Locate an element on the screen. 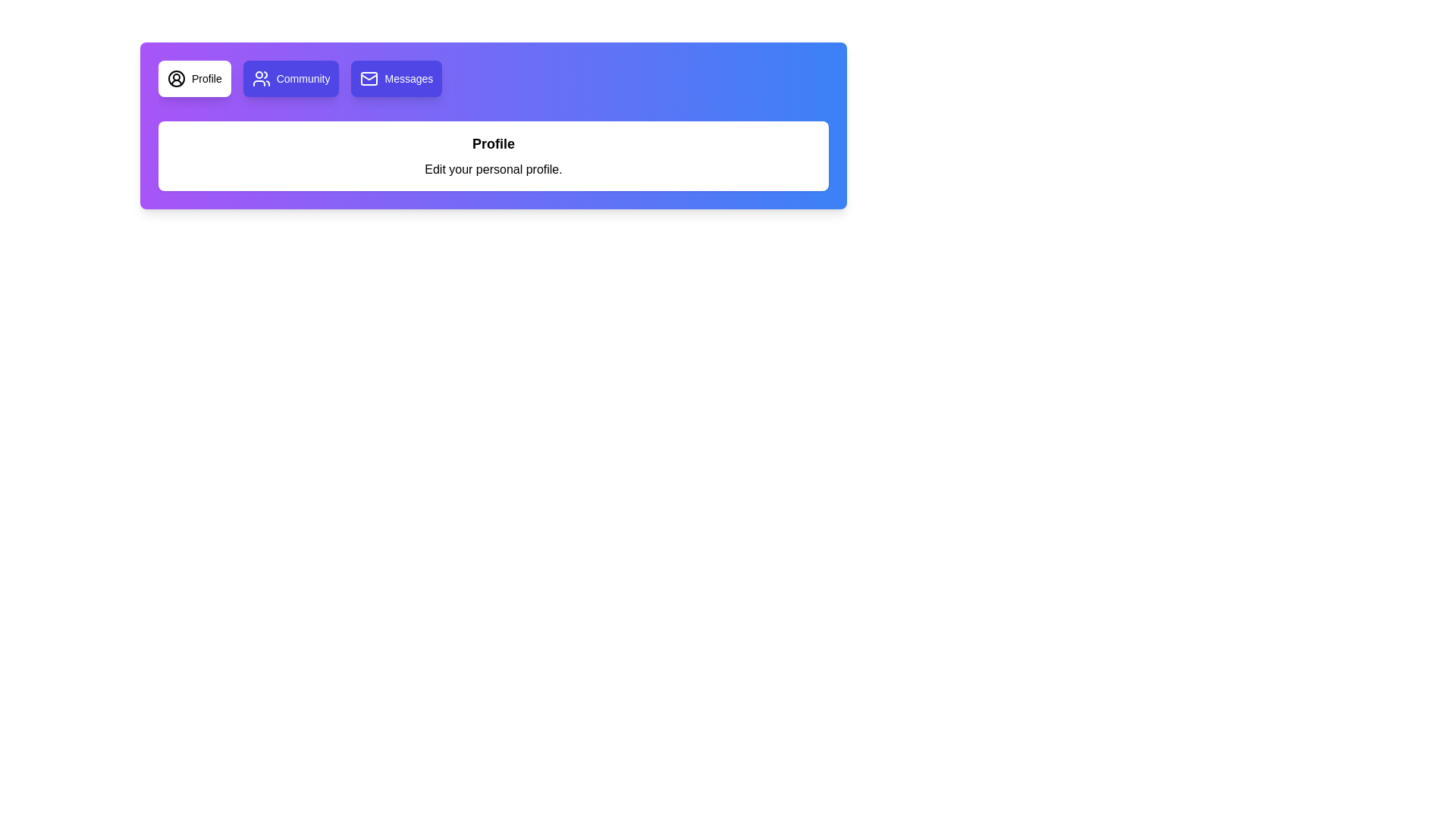 Image resolution: width=1456 pixels, height=819 pixels. the tab labeled Messages to view its content is located at coordinates (397, 79).